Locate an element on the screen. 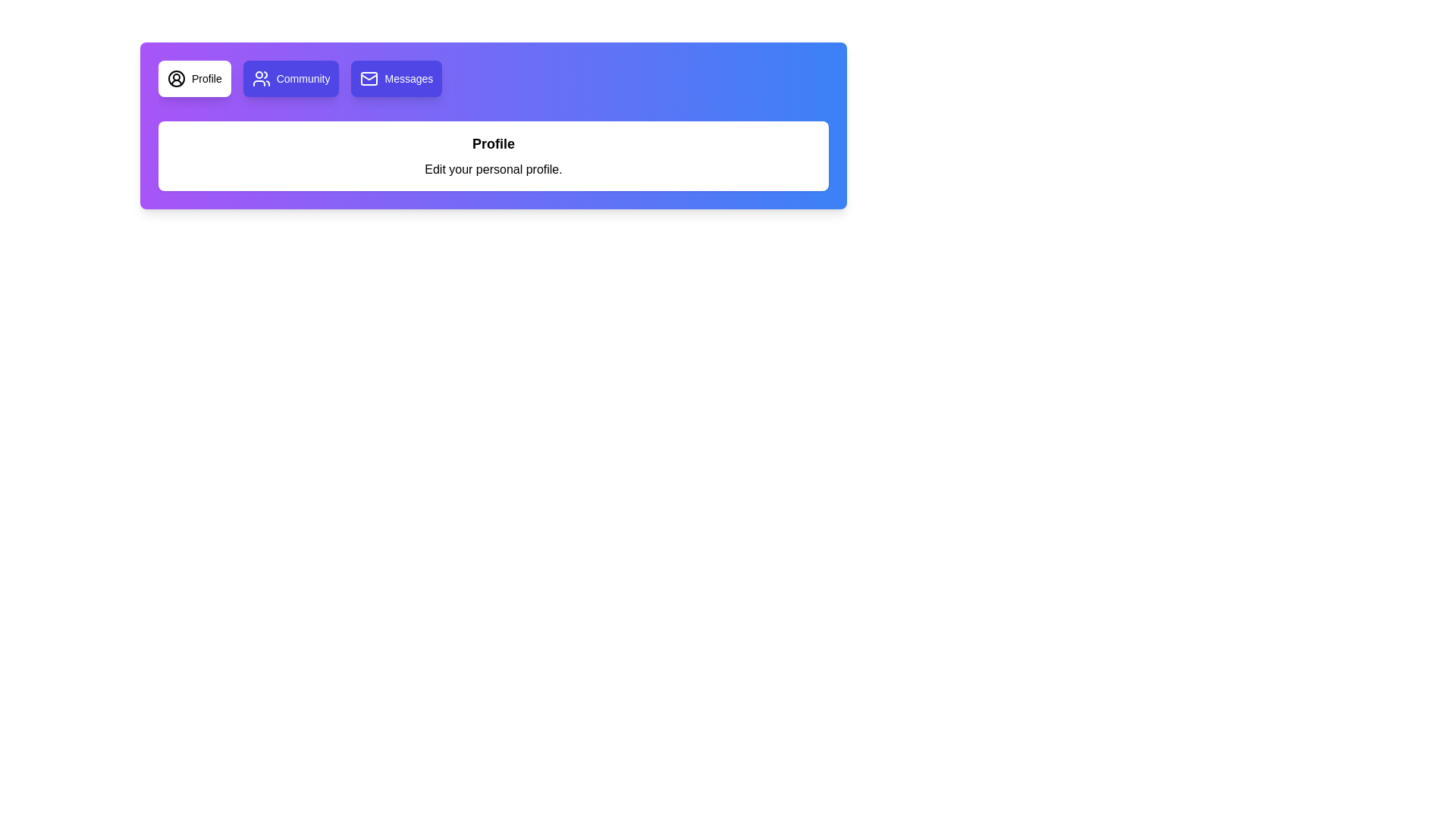 Image resolution: width=1456 pixels, height=819 pixels. the tab labeled Messages to view its content is located at coordinates (397, 79).